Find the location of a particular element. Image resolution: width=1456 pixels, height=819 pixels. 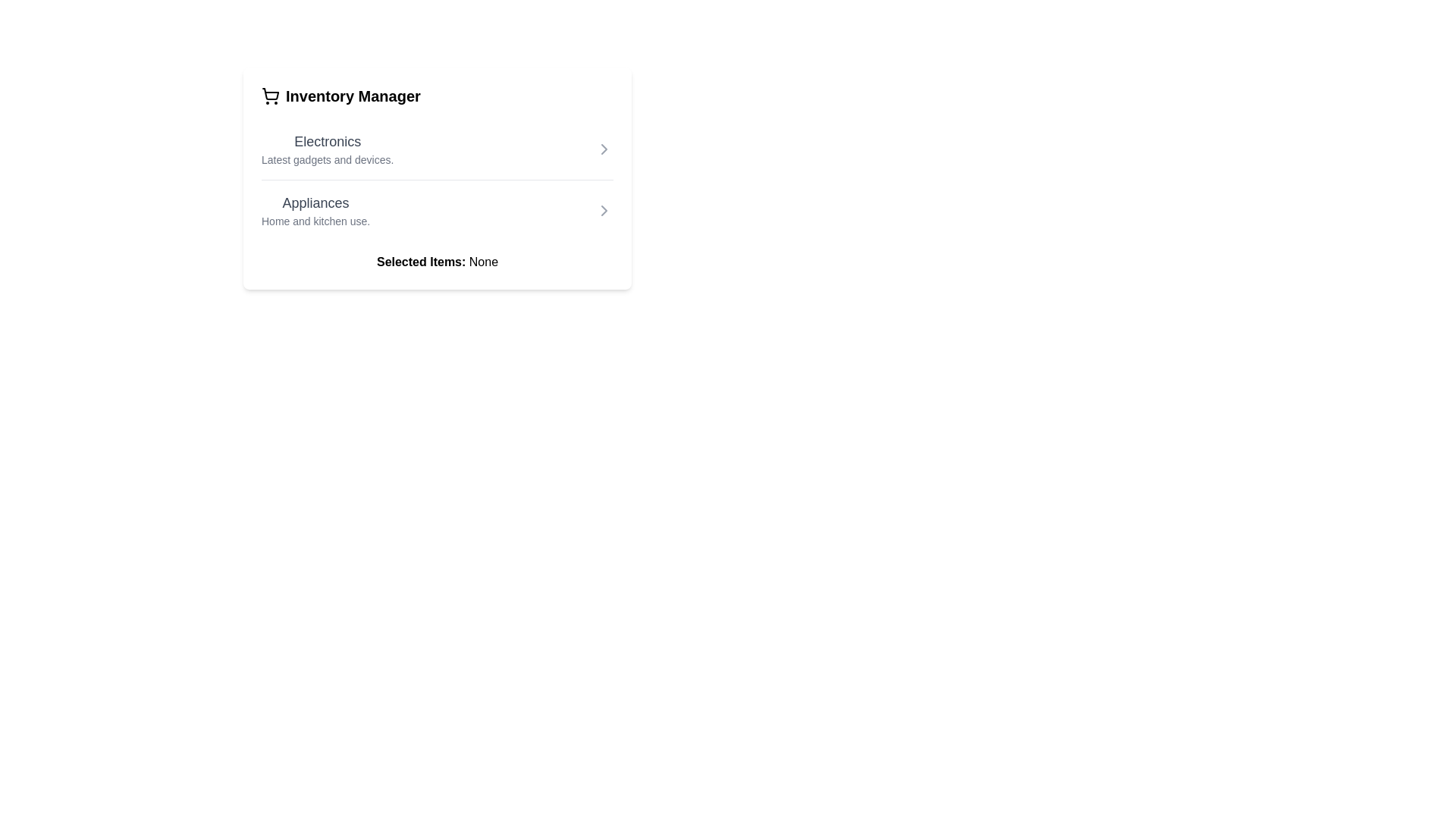

the descriptive text label for the 'Electronics' category, which provides context about the types of products included in this section is located at coordinates (327, 160).